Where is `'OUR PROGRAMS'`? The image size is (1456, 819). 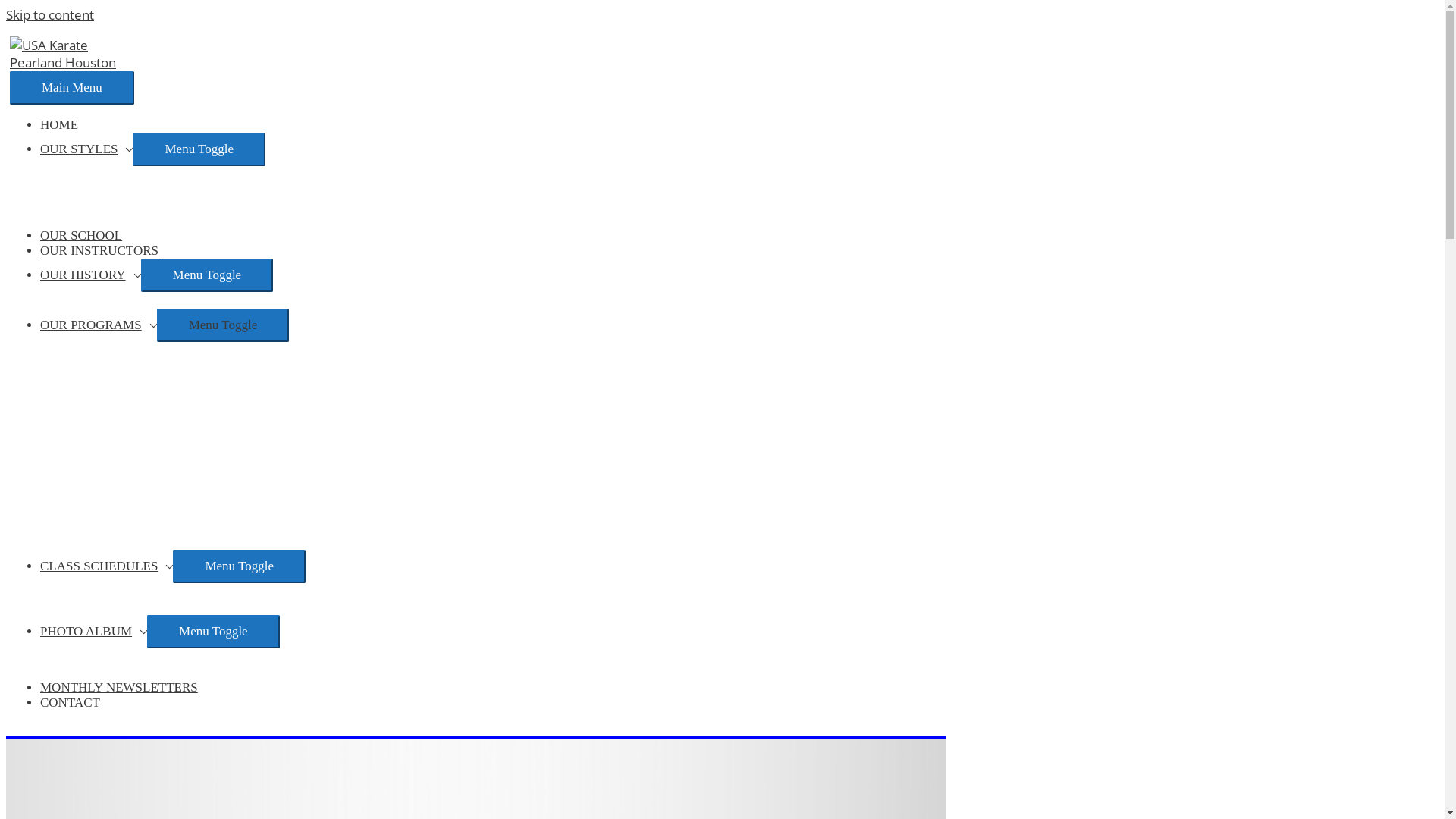
'OUR PROGRAMS' is located at coordinates (97, 324).